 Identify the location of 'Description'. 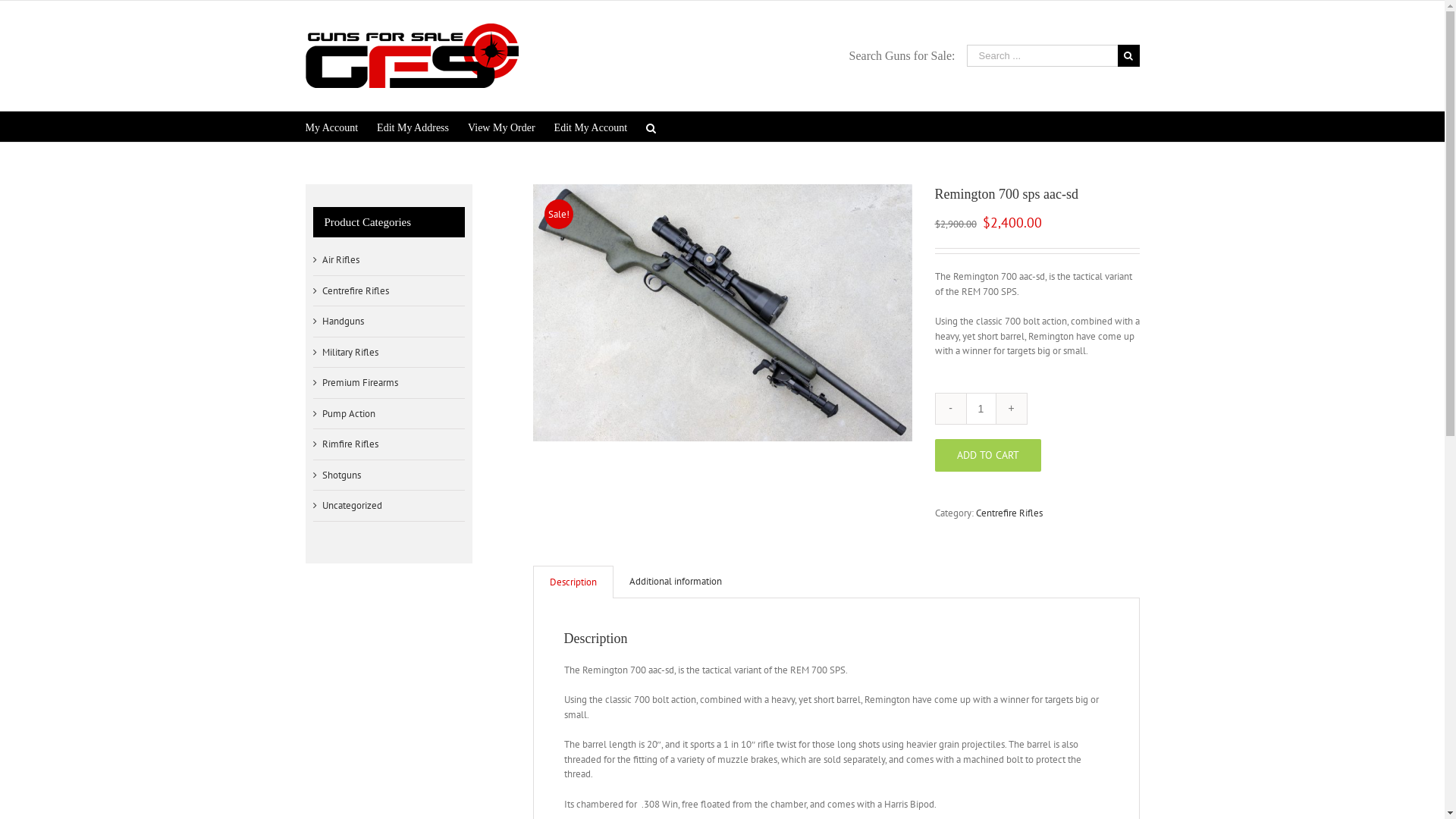
(572, 581).